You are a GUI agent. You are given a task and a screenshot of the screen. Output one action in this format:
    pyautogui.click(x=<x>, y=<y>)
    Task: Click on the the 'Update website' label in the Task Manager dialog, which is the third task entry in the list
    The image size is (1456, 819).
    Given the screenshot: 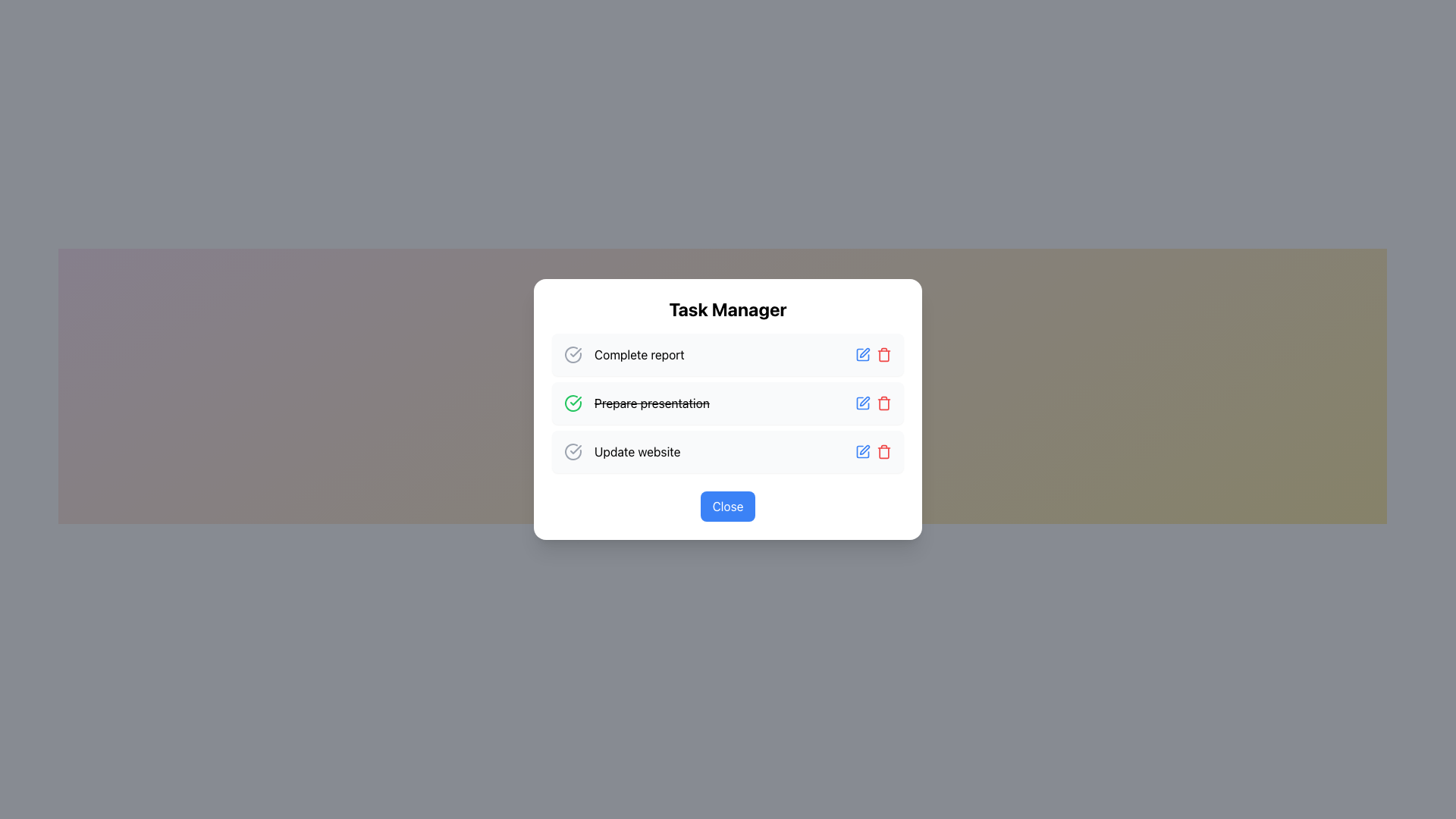 What is the action you would take?
    pyautogui.click(x=637, y=451)
    